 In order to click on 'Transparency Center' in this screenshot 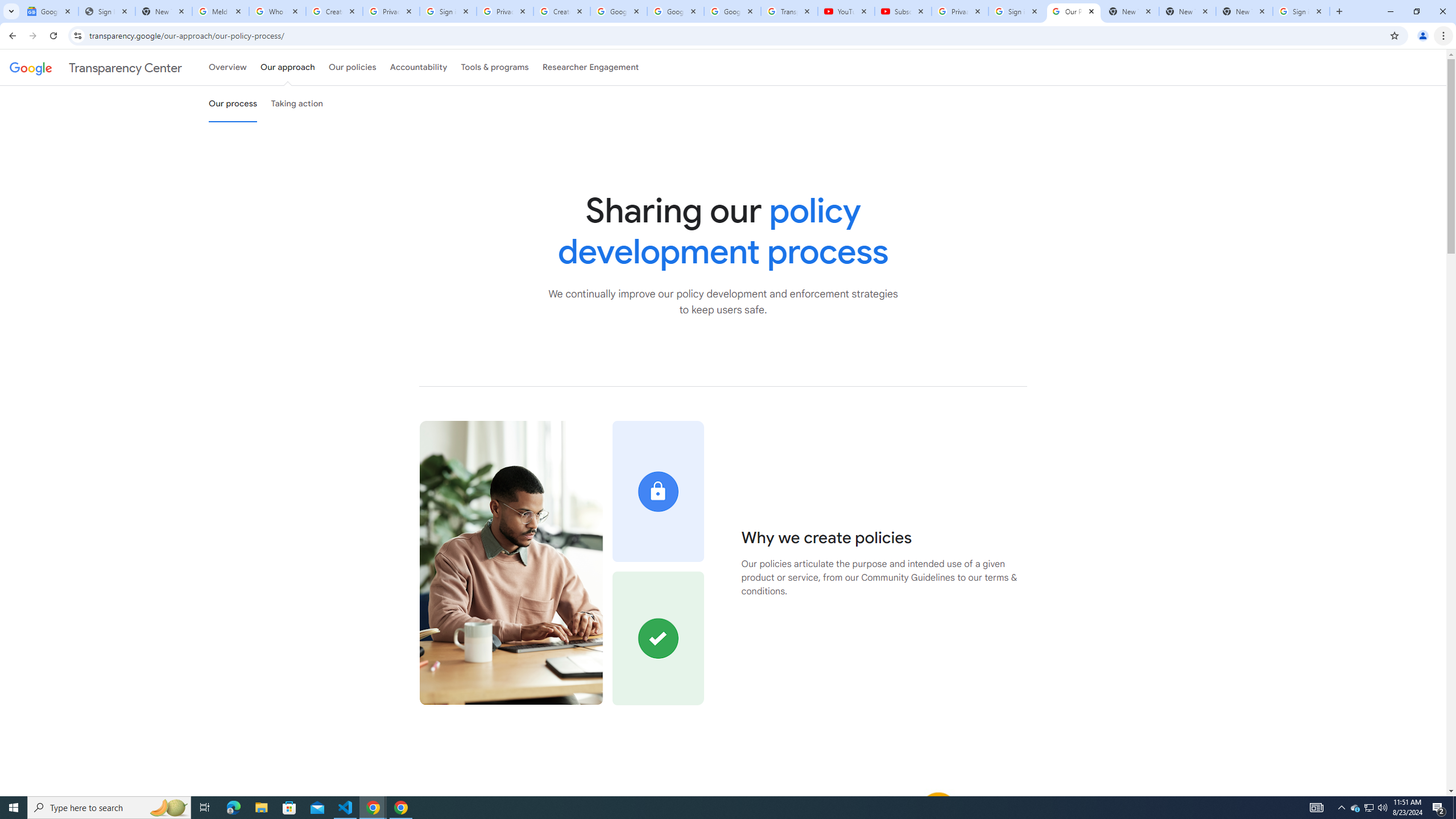, I will do `click(95, 67)`.